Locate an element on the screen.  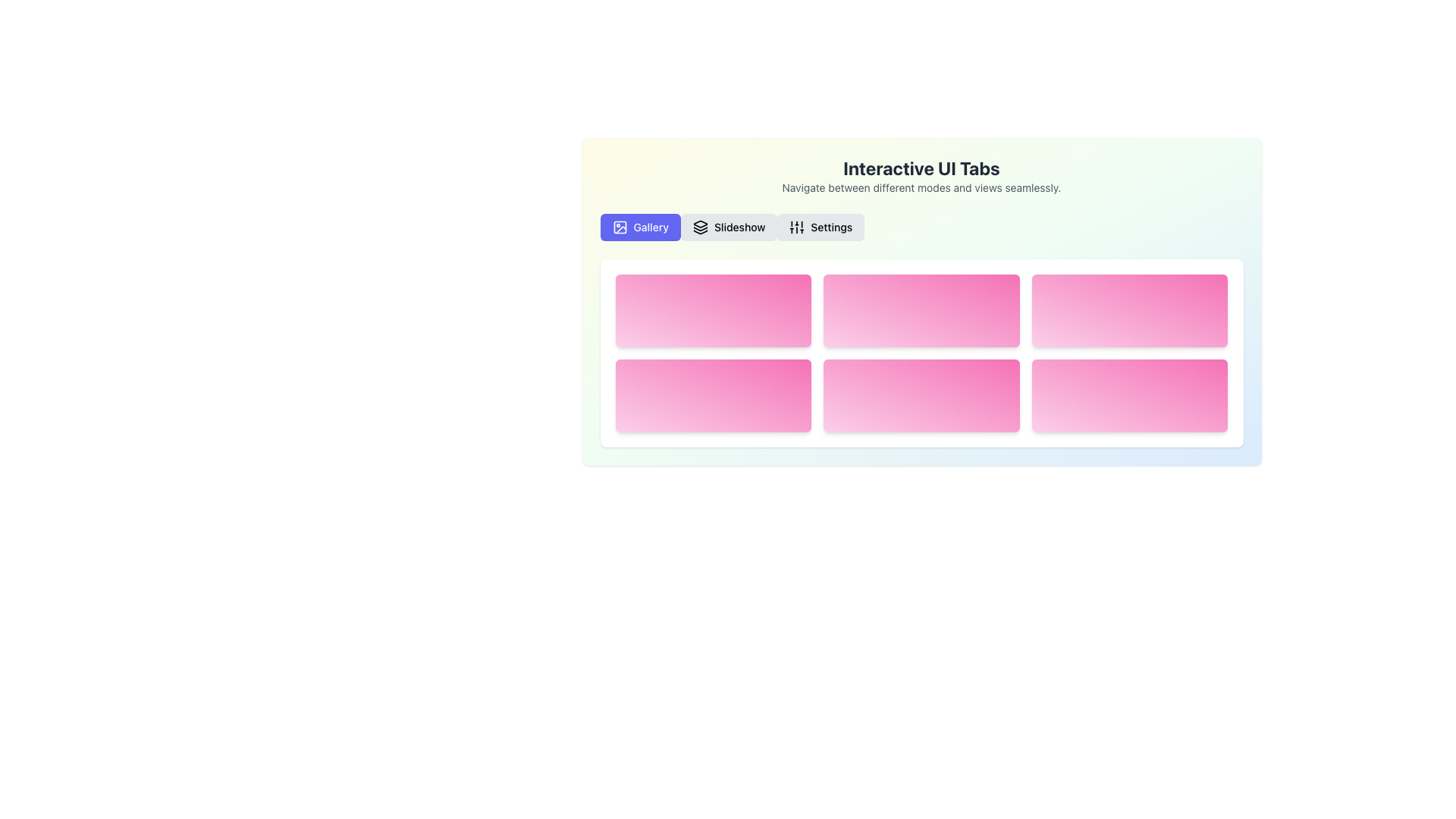
the Settings tab located in the upper section of the interface, following the Gallery and Slideshow tabs is located at coordinates (830, 227).